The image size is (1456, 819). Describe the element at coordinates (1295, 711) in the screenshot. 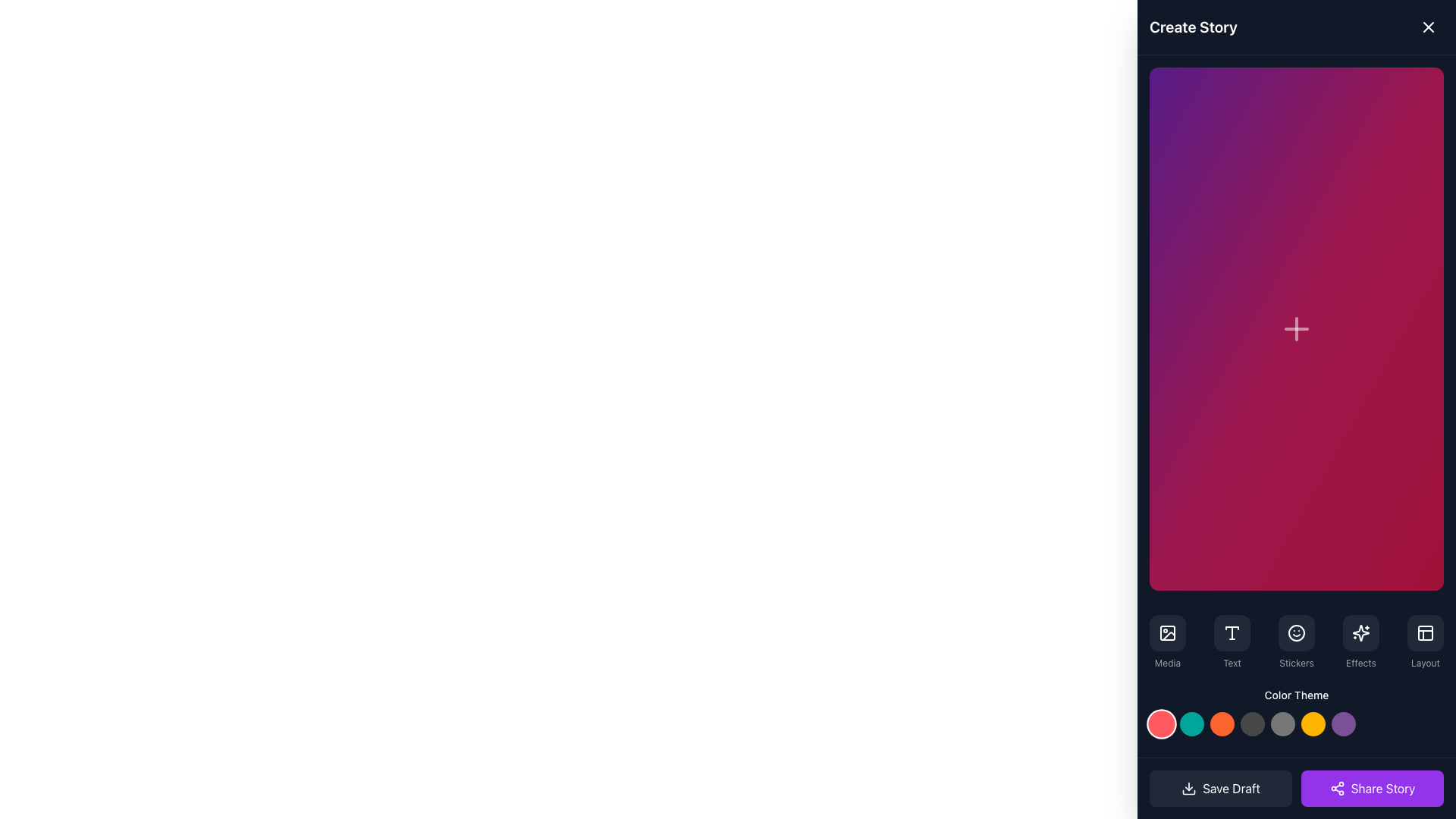

I see `the descriptive label for color selection located centrally in the bottom section of the interface` at that location.